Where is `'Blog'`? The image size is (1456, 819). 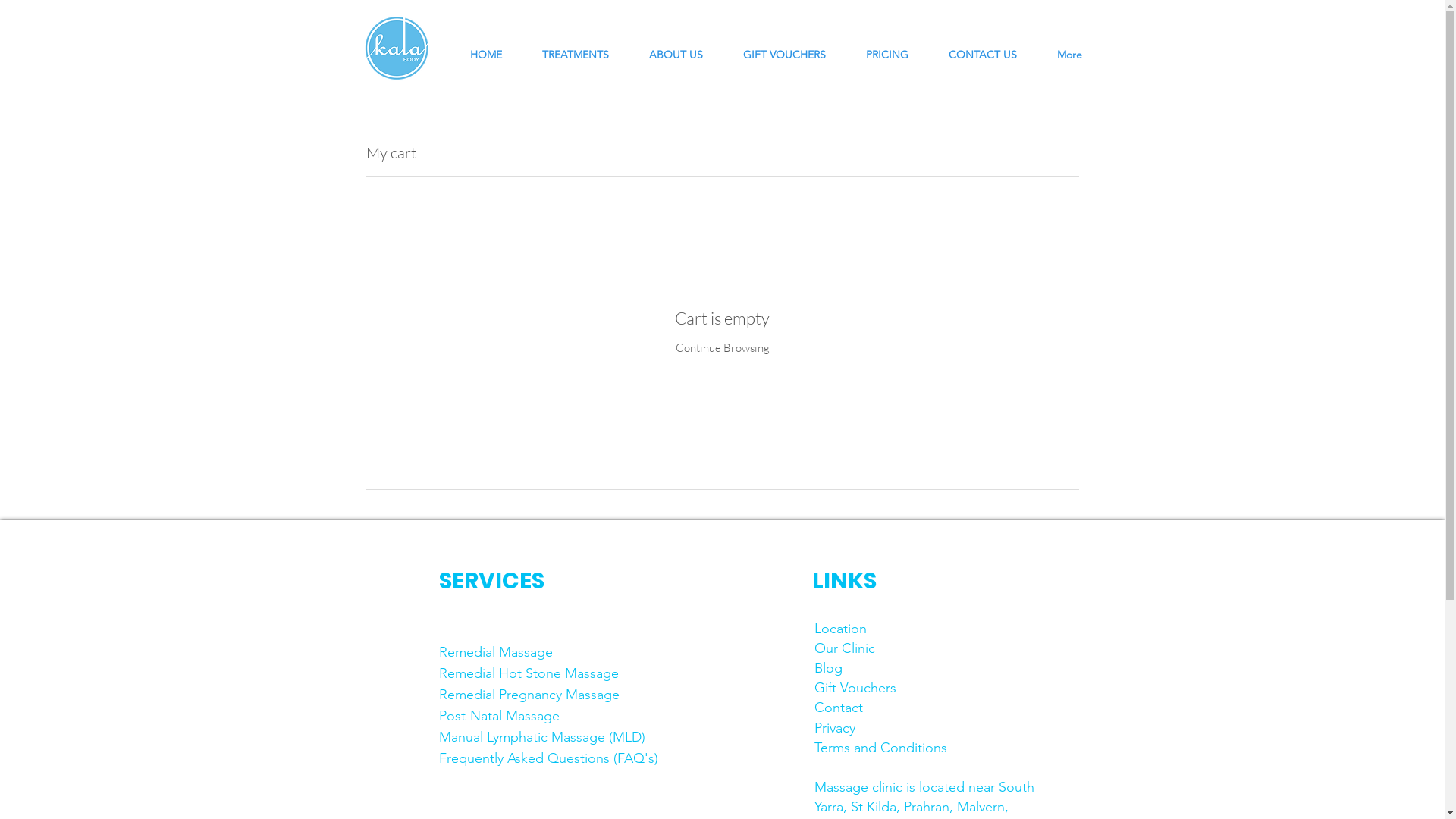 'Blog' is located at coordinates (827, 667).